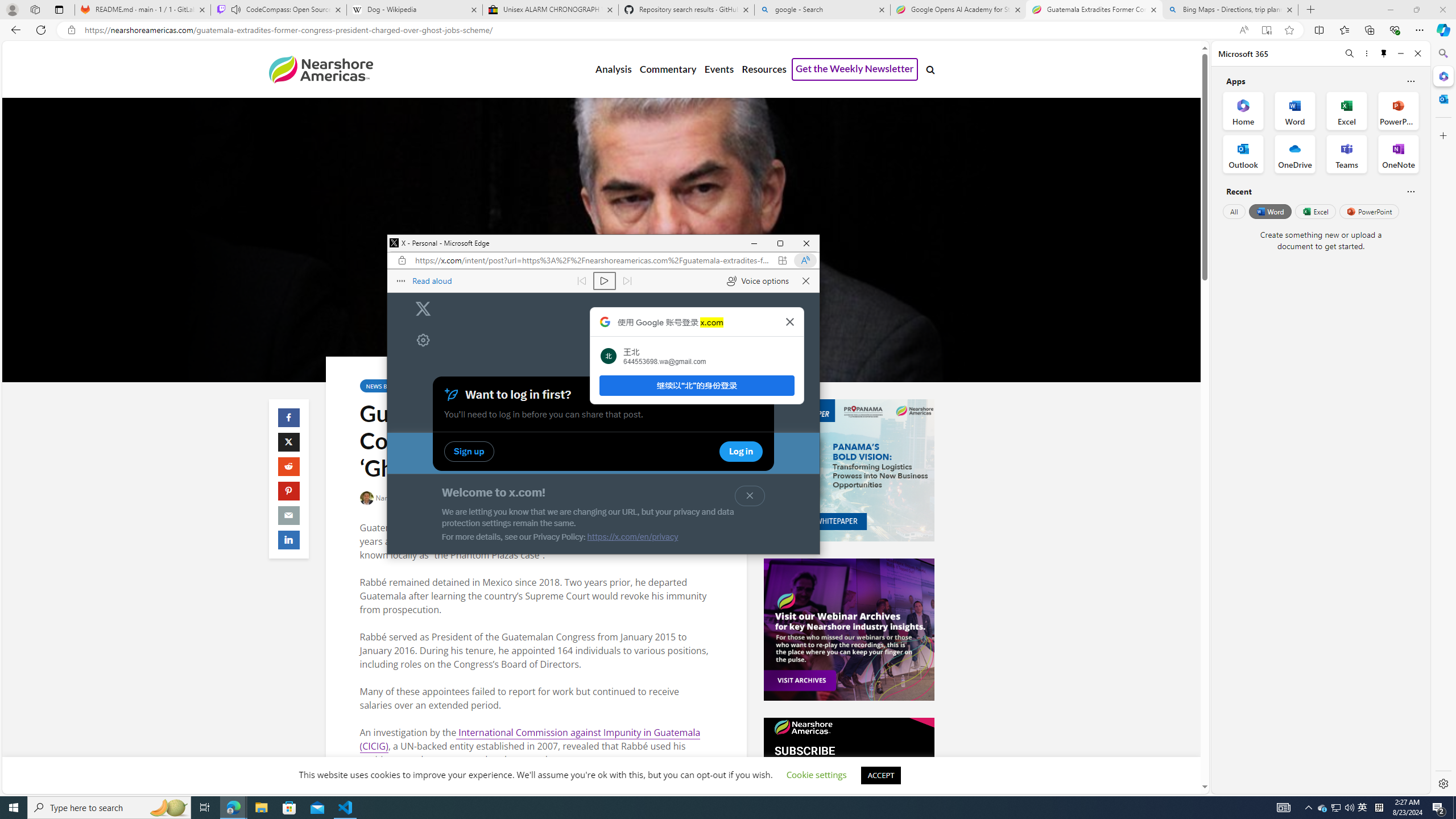 Image resolution: width=1456 pixels, height=819 pixels. I want to click on 'Voice options', so click(758, 280).